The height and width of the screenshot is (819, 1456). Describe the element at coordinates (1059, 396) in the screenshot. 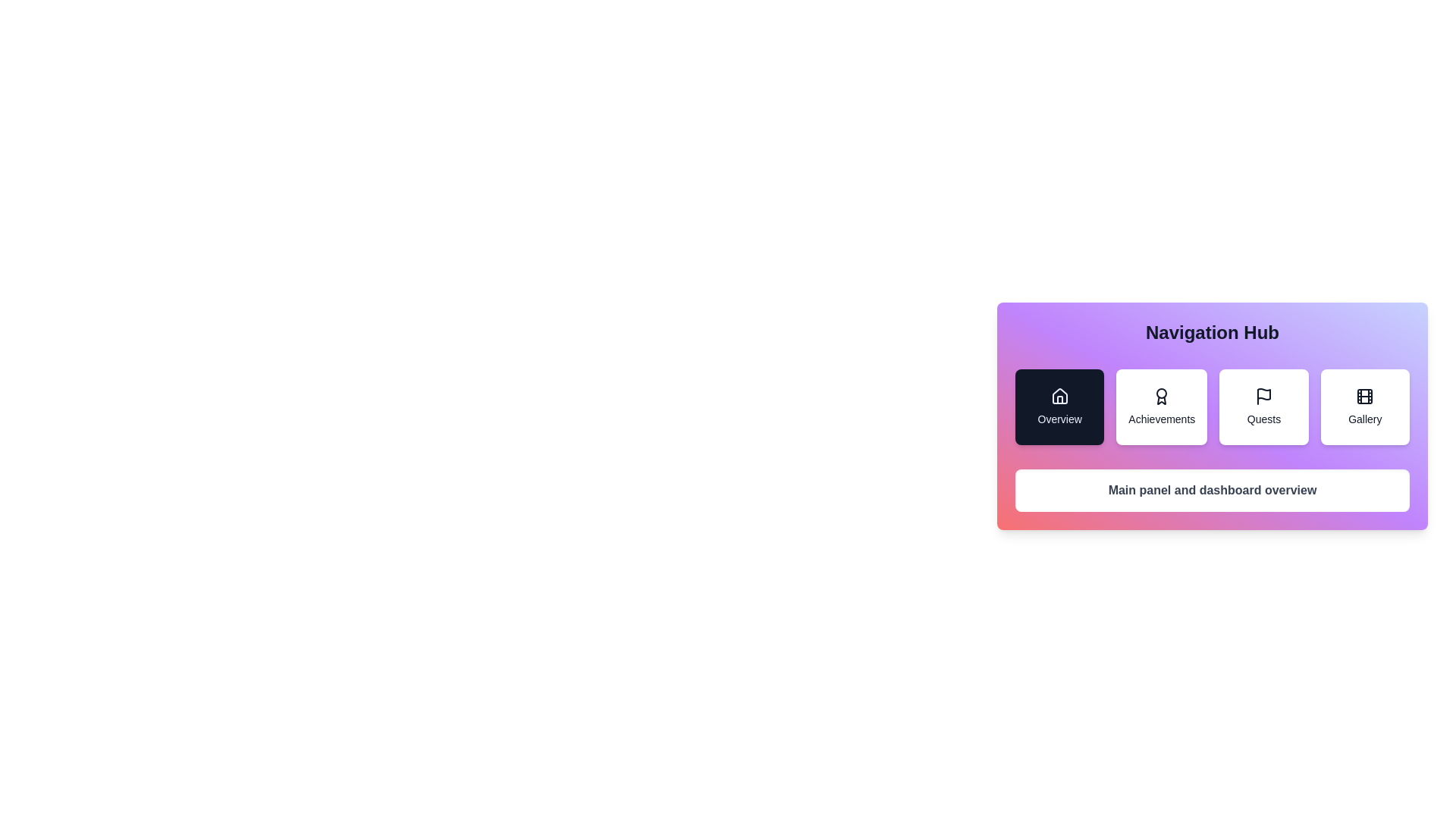

I see `the house-shaped icon within the dark blue tile labeled 'Overview' in the navigation menu` at that location.